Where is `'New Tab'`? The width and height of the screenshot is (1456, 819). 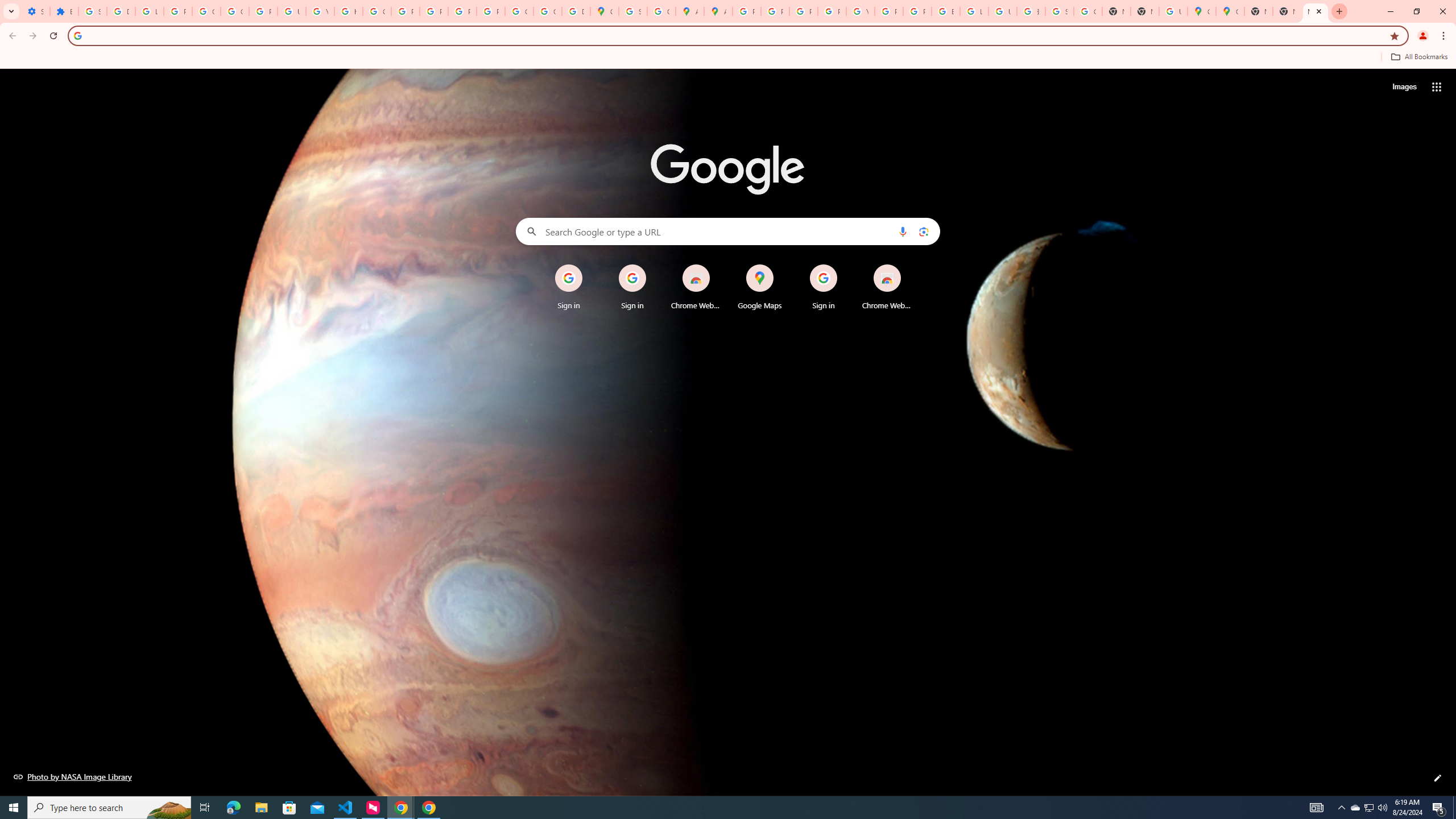
'New Tab' is located at coordinates (1259, 11).